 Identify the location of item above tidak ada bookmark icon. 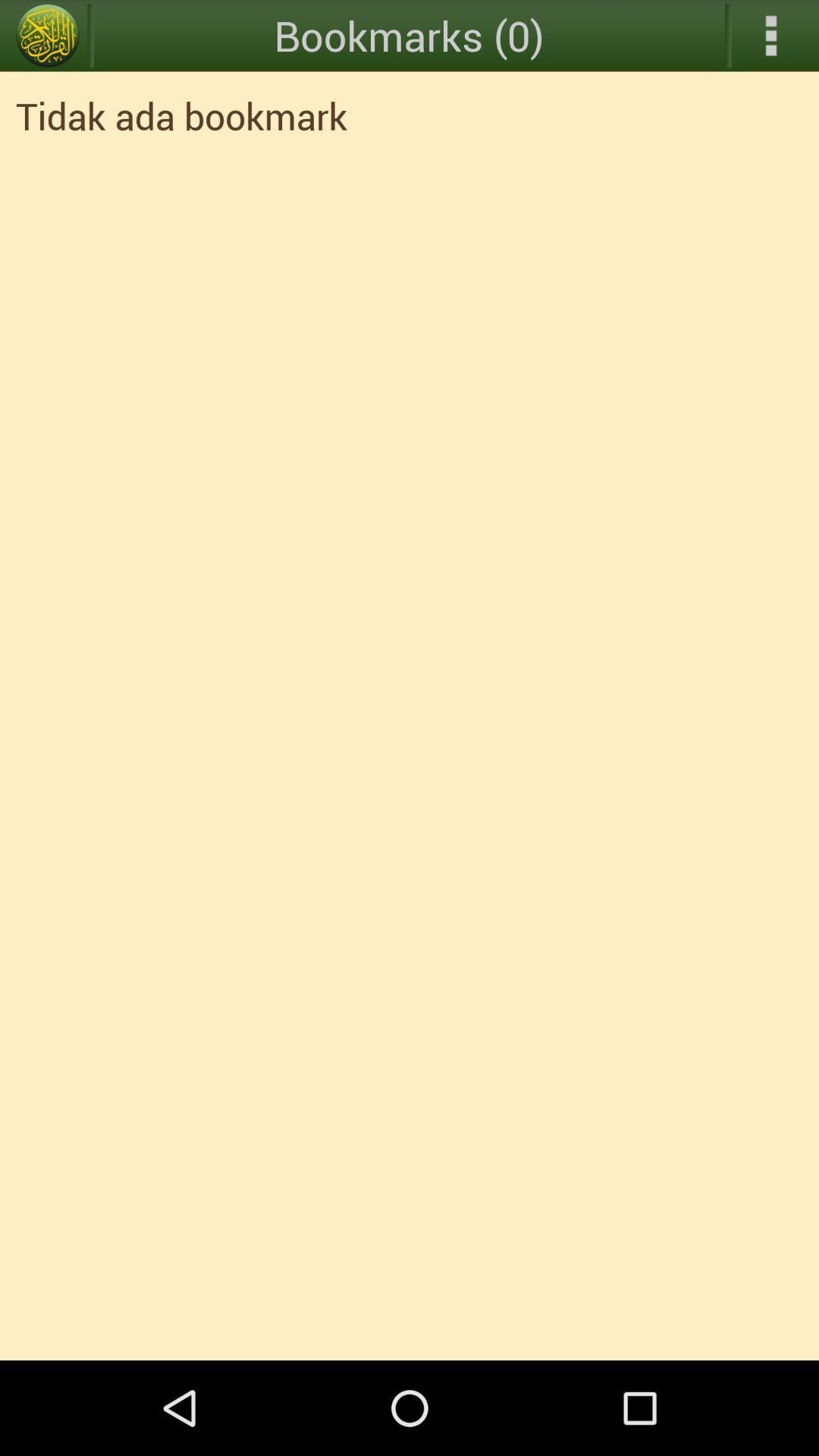
(46, 36).